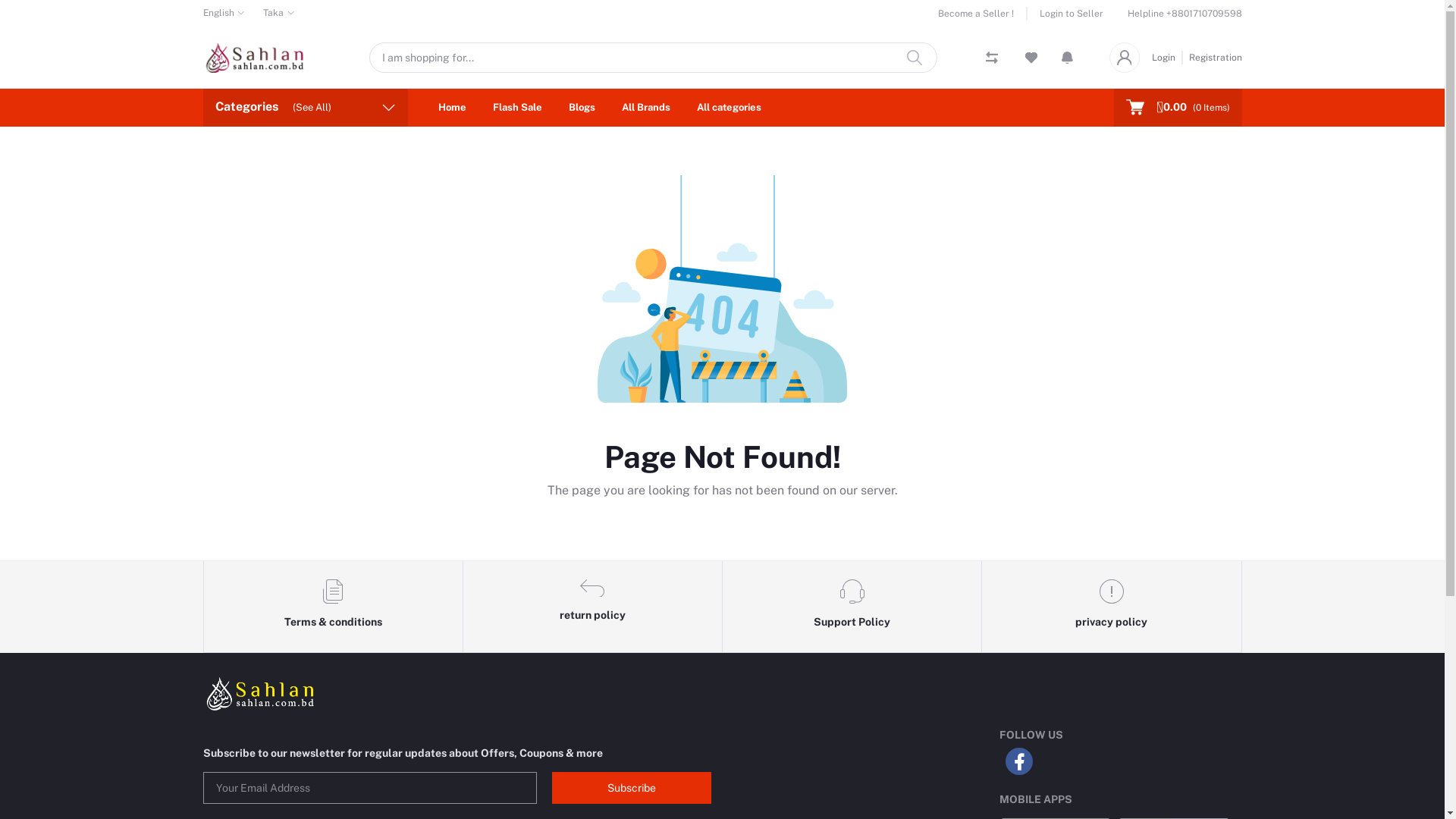 This screenshot has width=1456, height=819. Describe the element at coordinates (292, 106) in the screenshot. I see `'(See All)'` at that location.